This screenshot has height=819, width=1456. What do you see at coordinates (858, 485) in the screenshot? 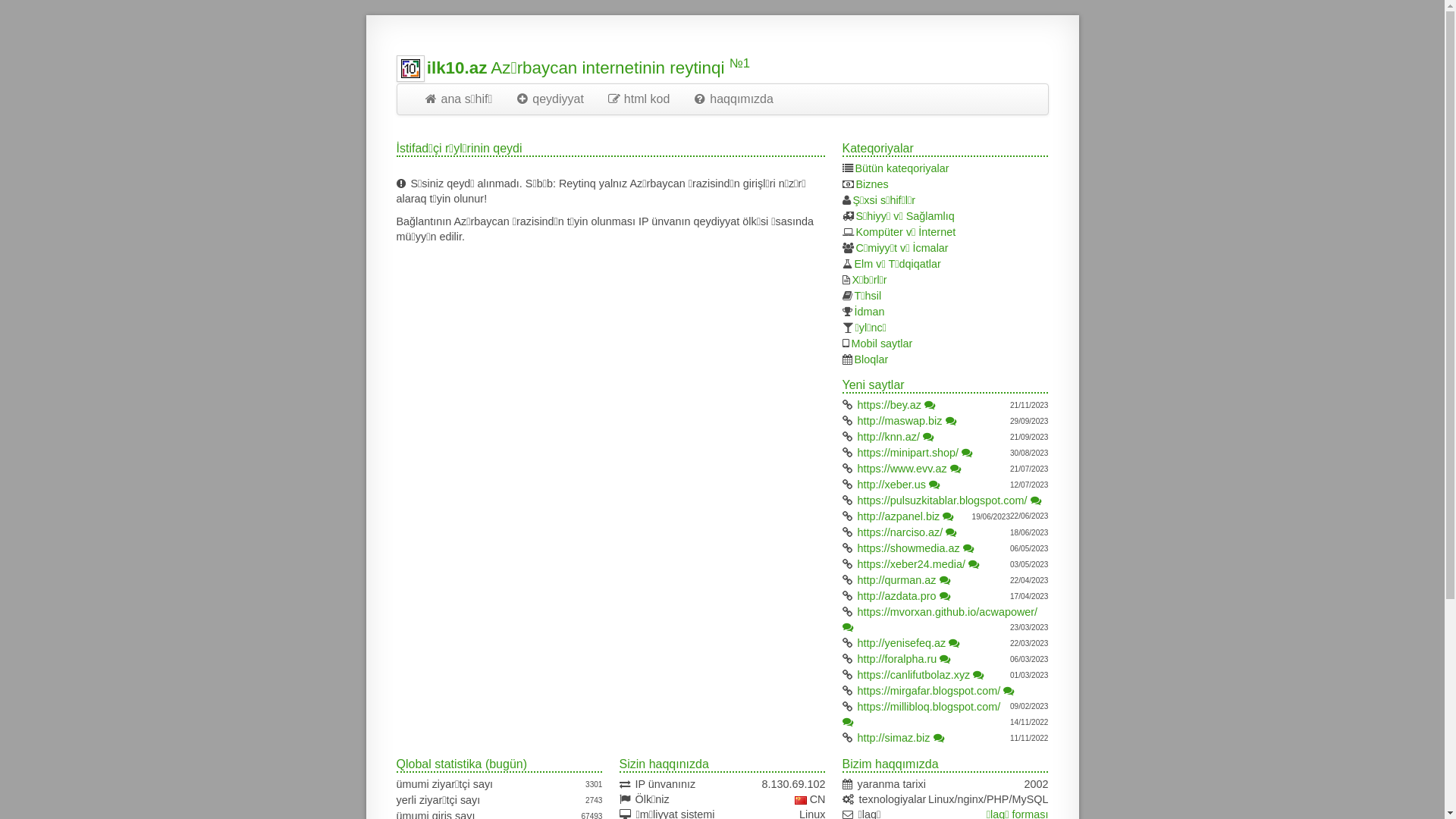
I see `'http://xeber.us'` at bounding box center [858, 485].